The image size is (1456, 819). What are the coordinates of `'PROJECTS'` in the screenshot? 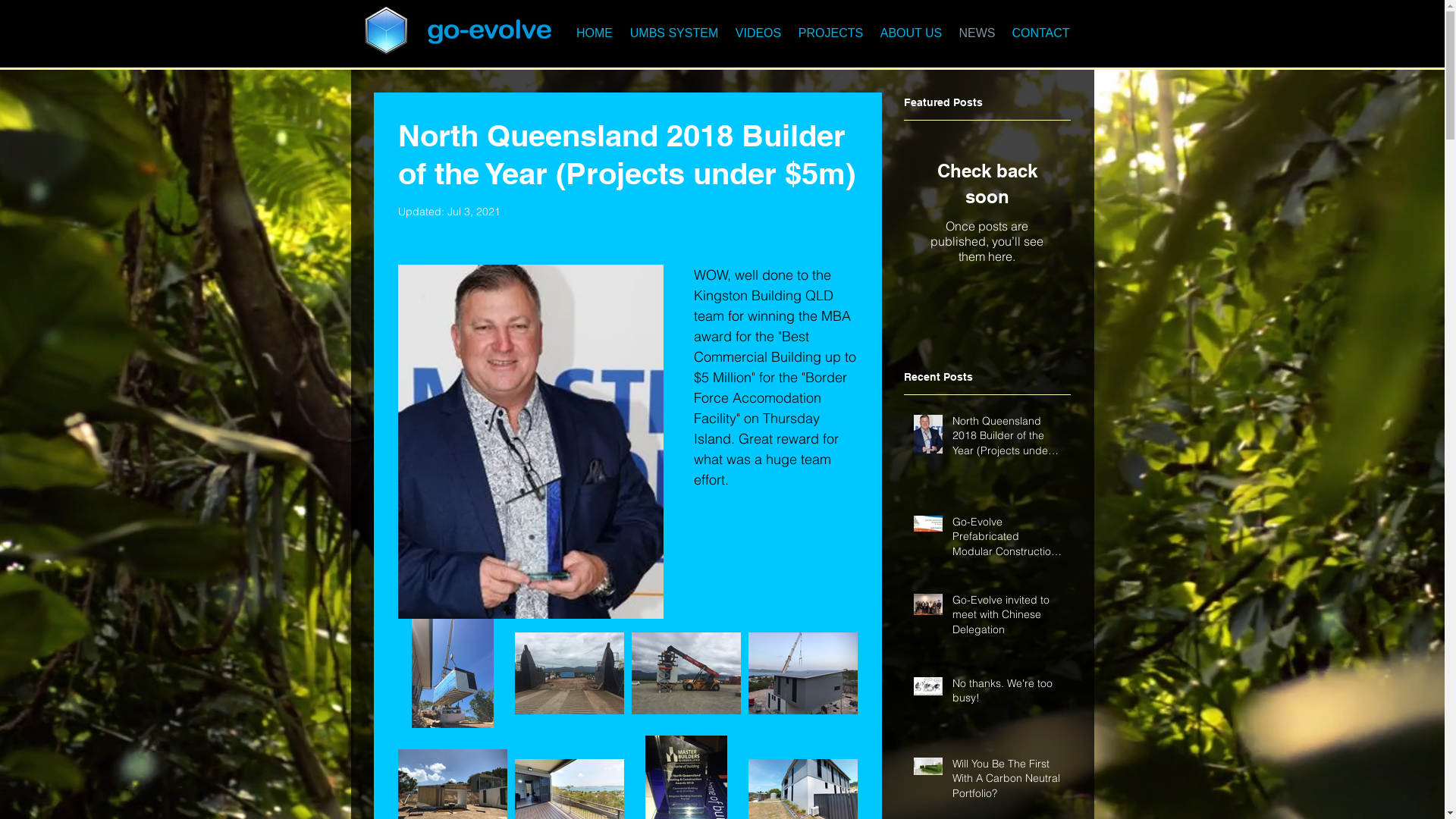 It's located at (830, 33).